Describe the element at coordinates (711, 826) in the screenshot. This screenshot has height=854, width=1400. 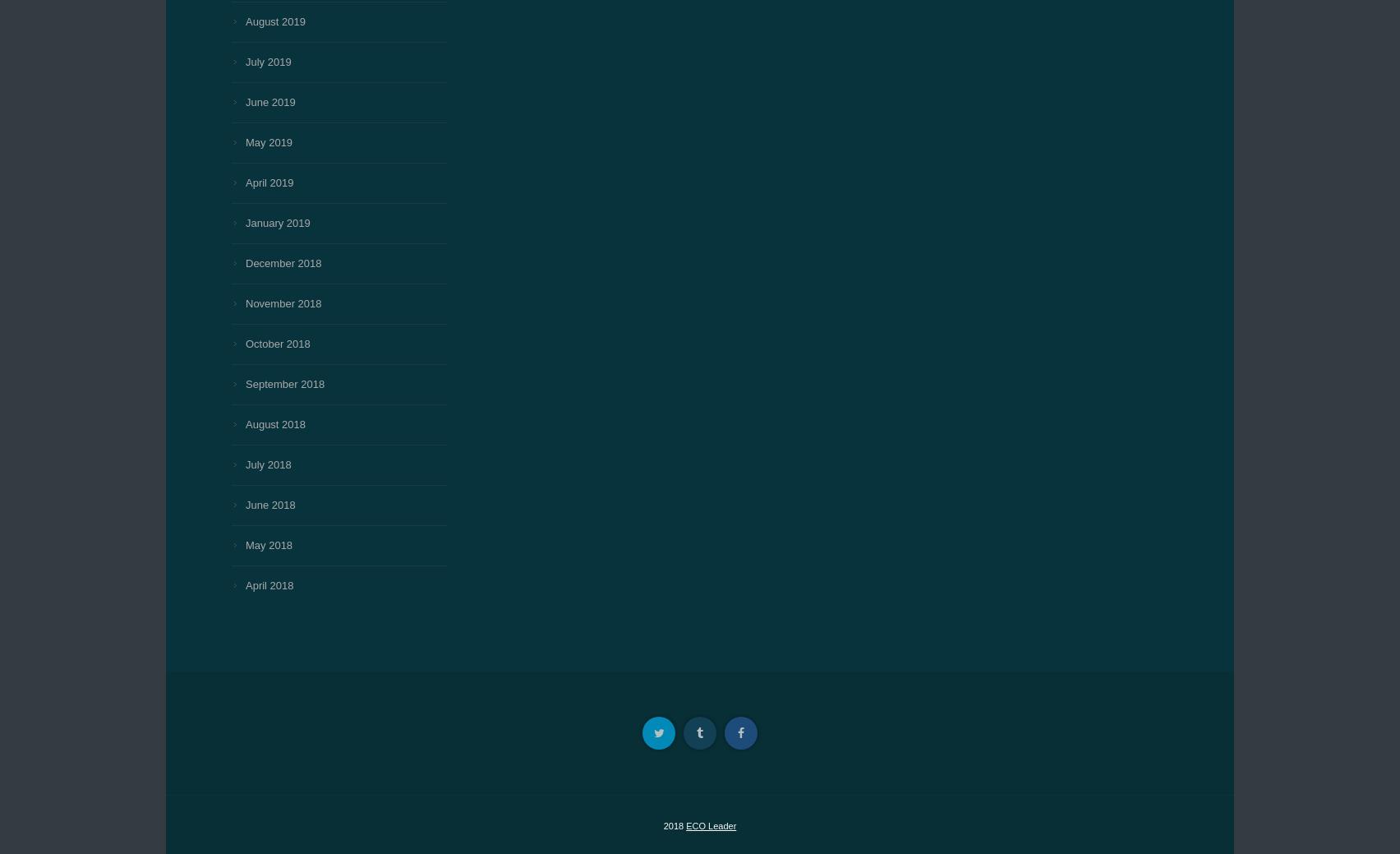
I see `'ECO Leader'` at that location.